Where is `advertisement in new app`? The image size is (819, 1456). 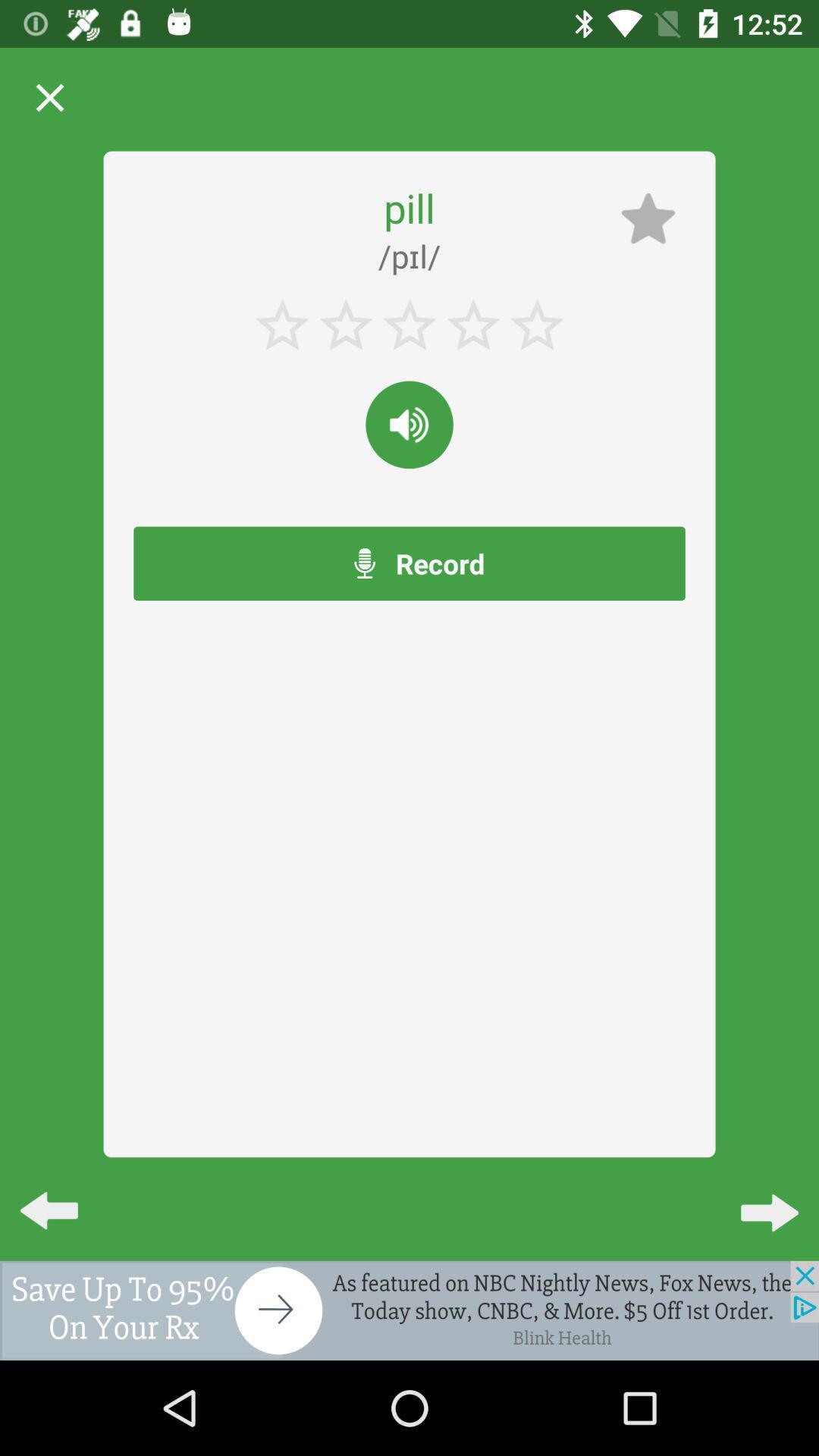 advertisement in new app is located at coordinates (409, 1310).